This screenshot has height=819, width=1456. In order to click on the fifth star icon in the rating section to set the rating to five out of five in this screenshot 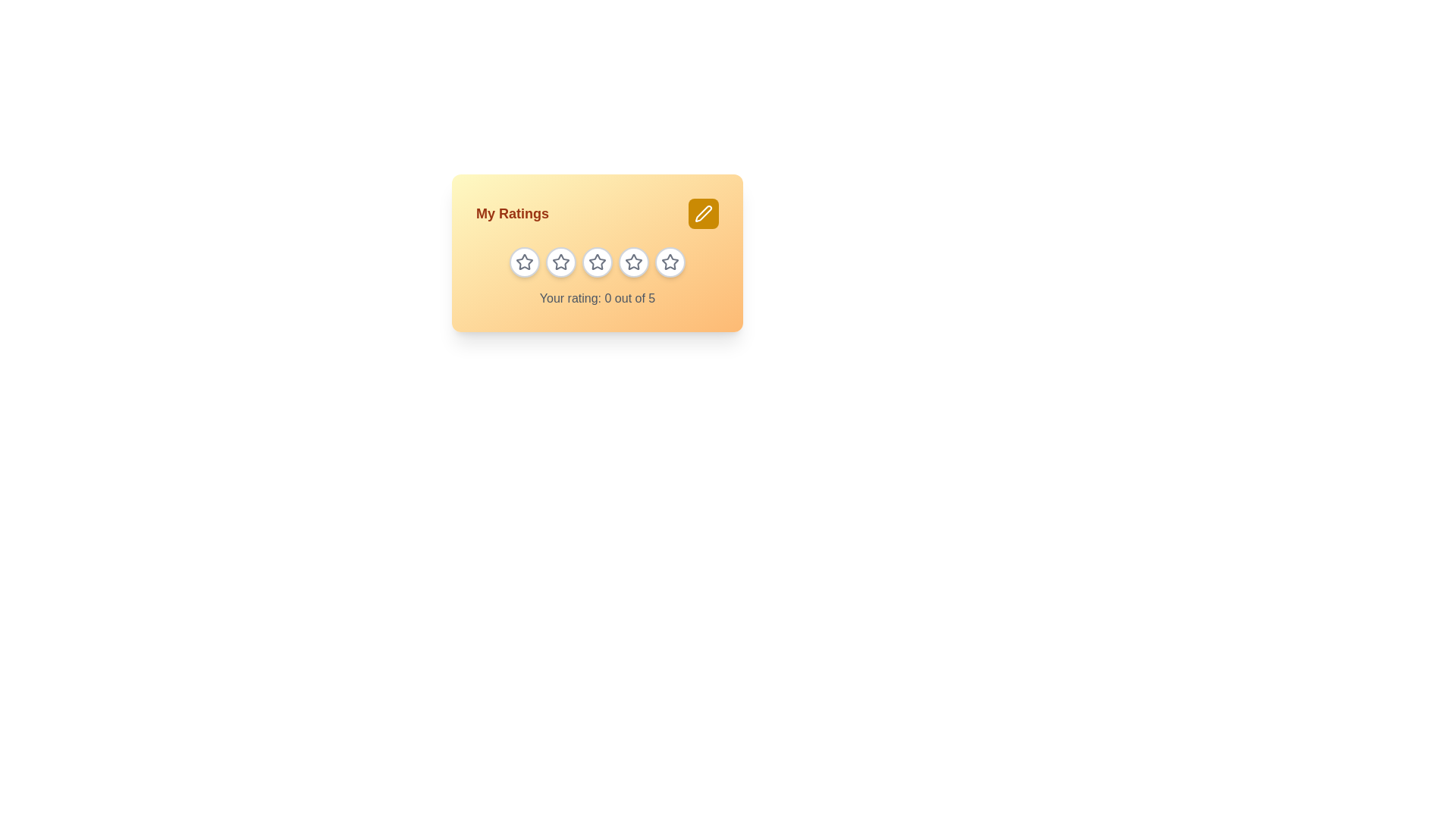, I will do `click(669, 262)`.